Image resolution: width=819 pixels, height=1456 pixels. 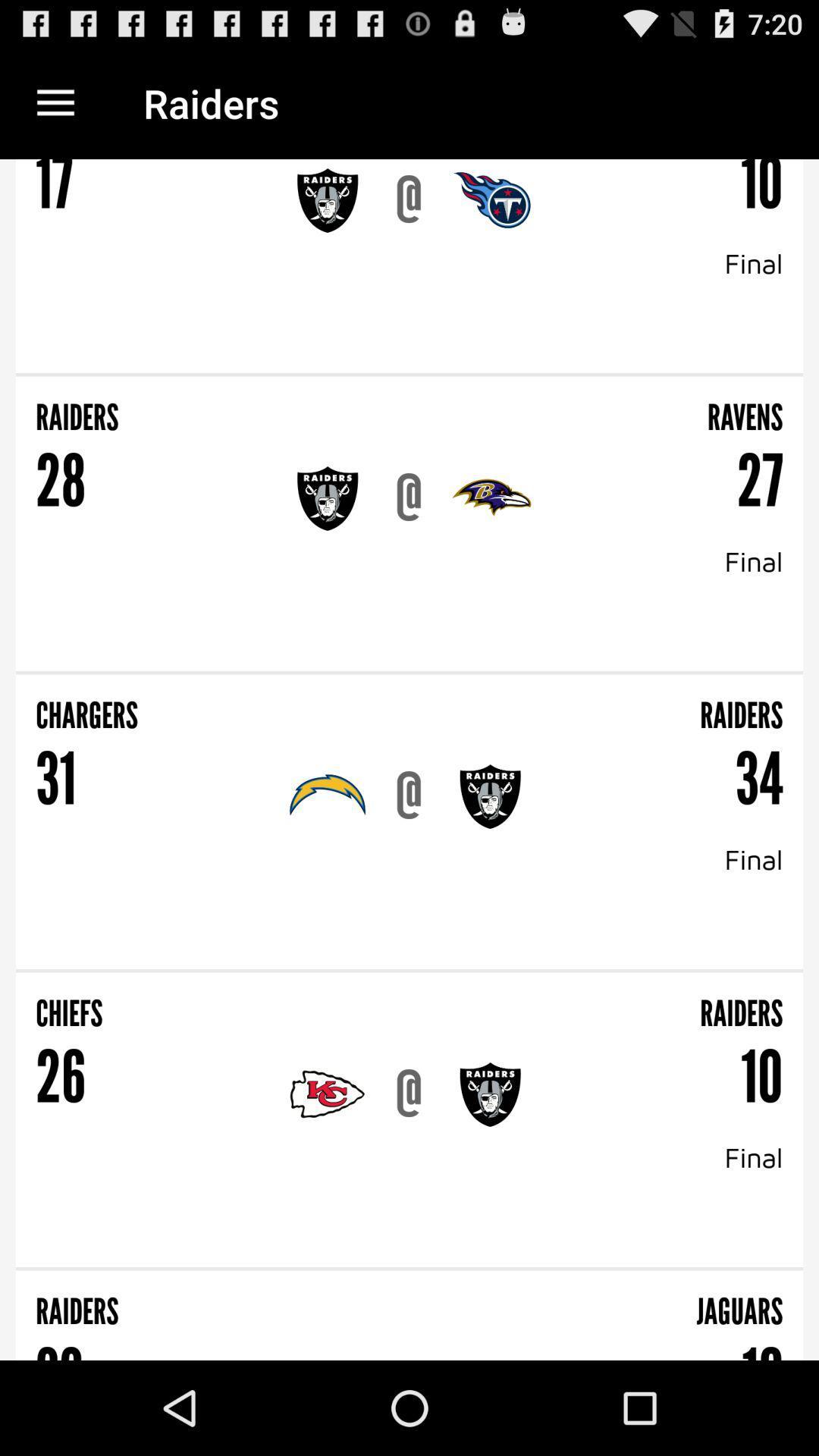 I want to click on the 28 icon, so click(x=60, y=481).